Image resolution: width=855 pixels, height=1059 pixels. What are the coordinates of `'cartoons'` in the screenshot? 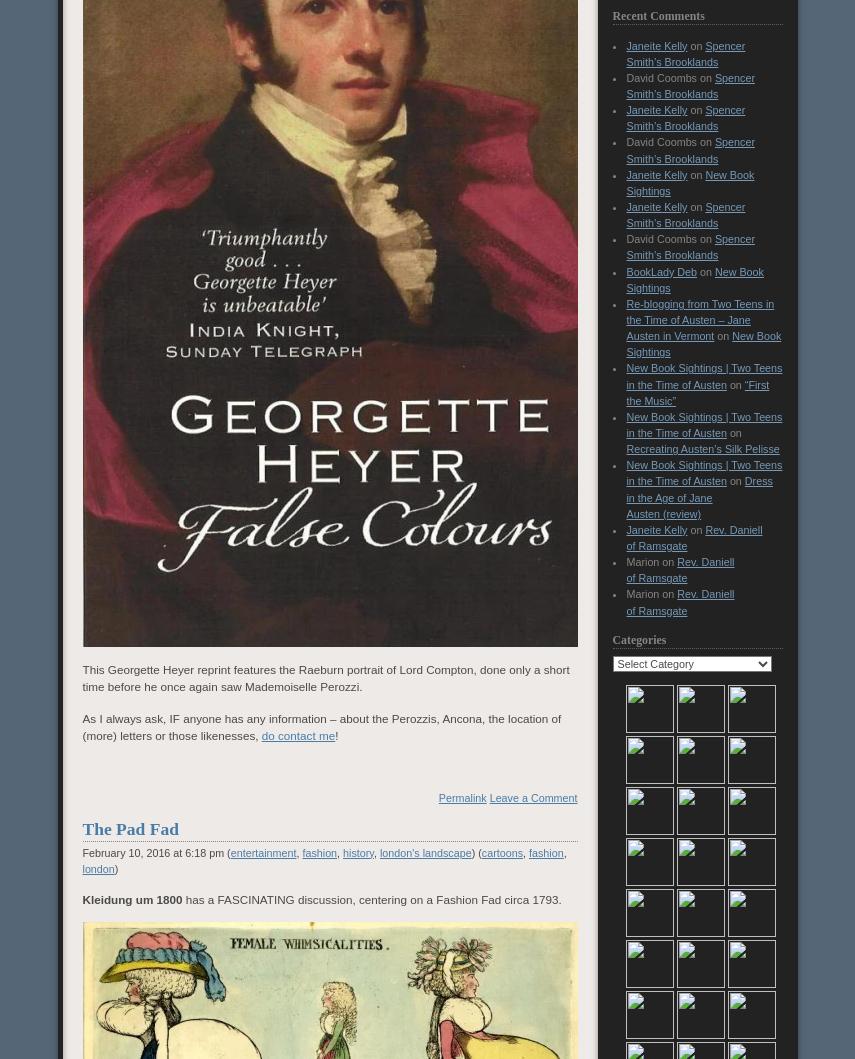 It's located at (500, 851).